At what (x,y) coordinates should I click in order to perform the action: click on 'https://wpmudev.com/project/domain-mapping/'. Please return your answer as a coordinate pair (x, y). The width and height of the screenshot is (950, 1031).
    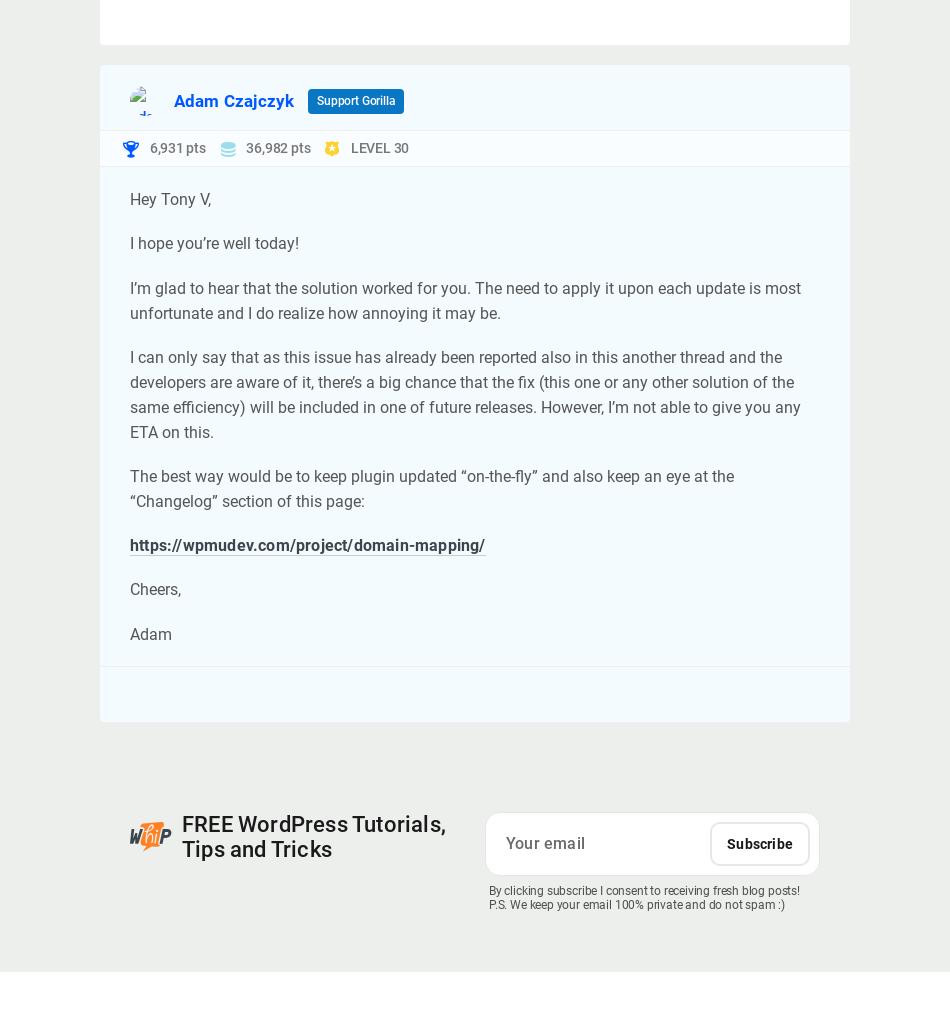
    Looking at the image, I should click on (129, 544).